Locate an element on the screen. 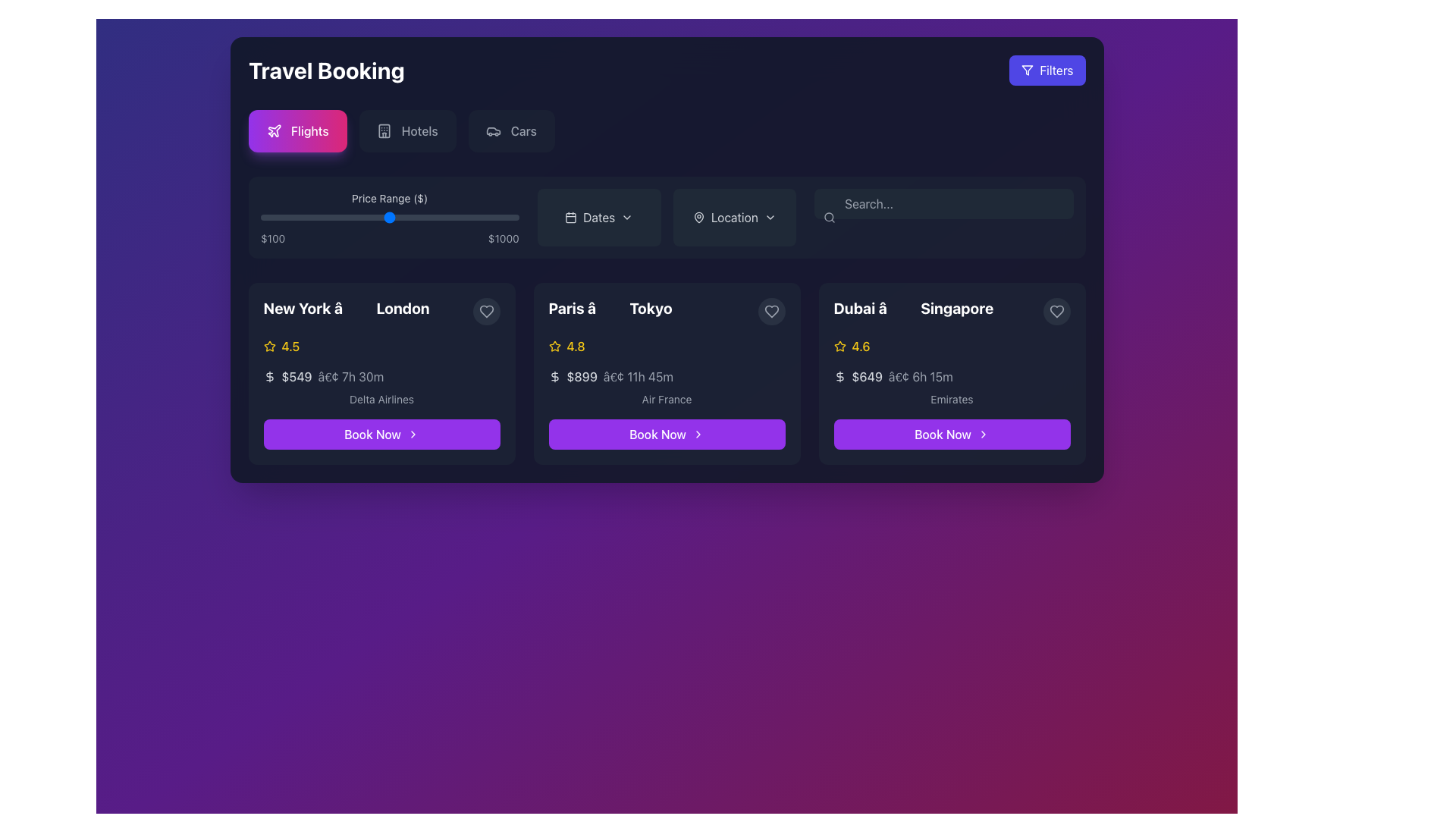 This screenshot has width=1456, height=819. the 'Dates' icon located on the header bar, which is the first item in a group with a text label and a chevron icon is located at coordinates (570, 217).